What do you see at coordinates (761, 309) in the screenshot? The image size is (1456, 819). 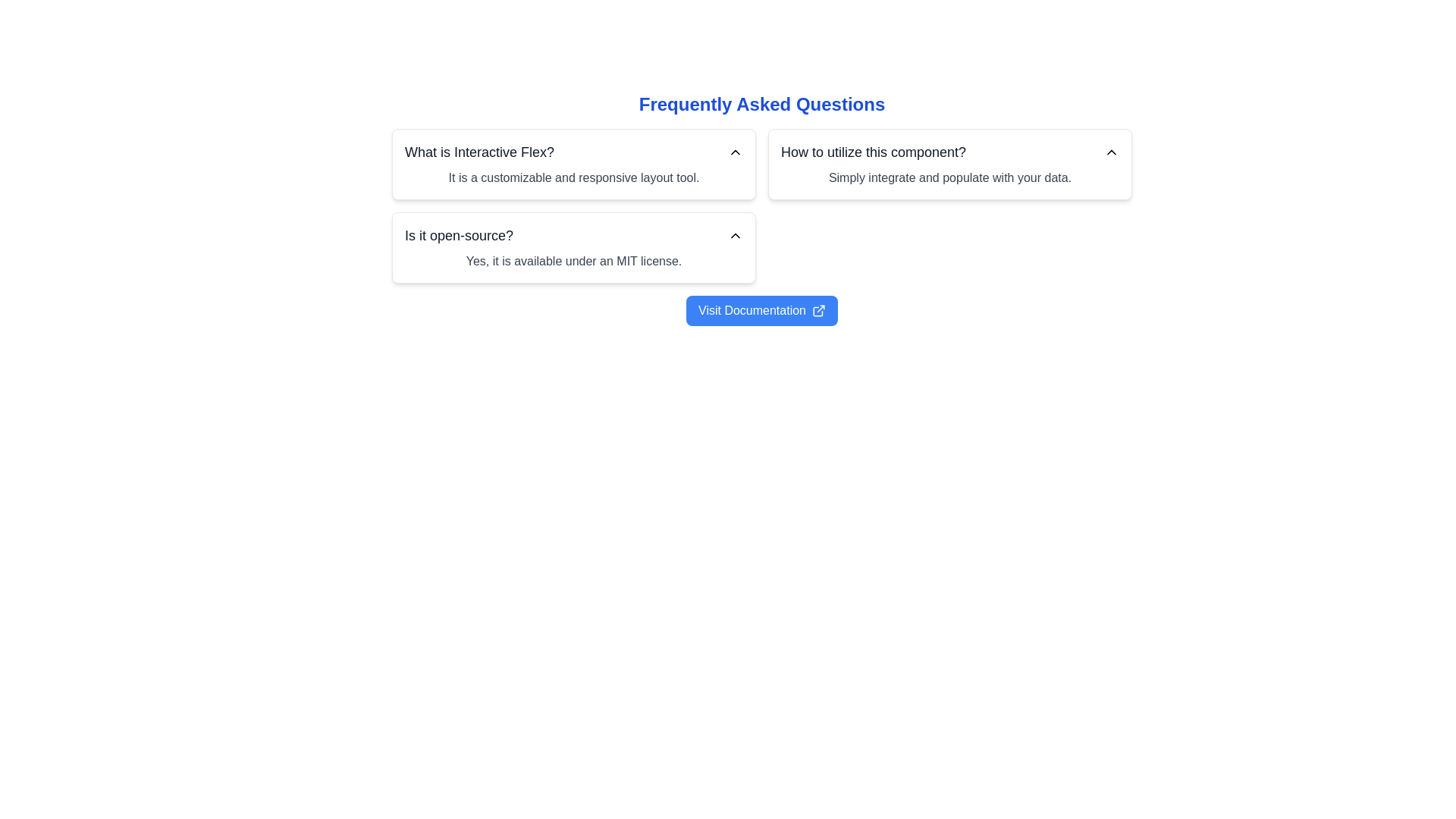 I see `the documentation button located at the bottom-center of the FAQ section to observe visual feedback` at bounding box center [761, 309].